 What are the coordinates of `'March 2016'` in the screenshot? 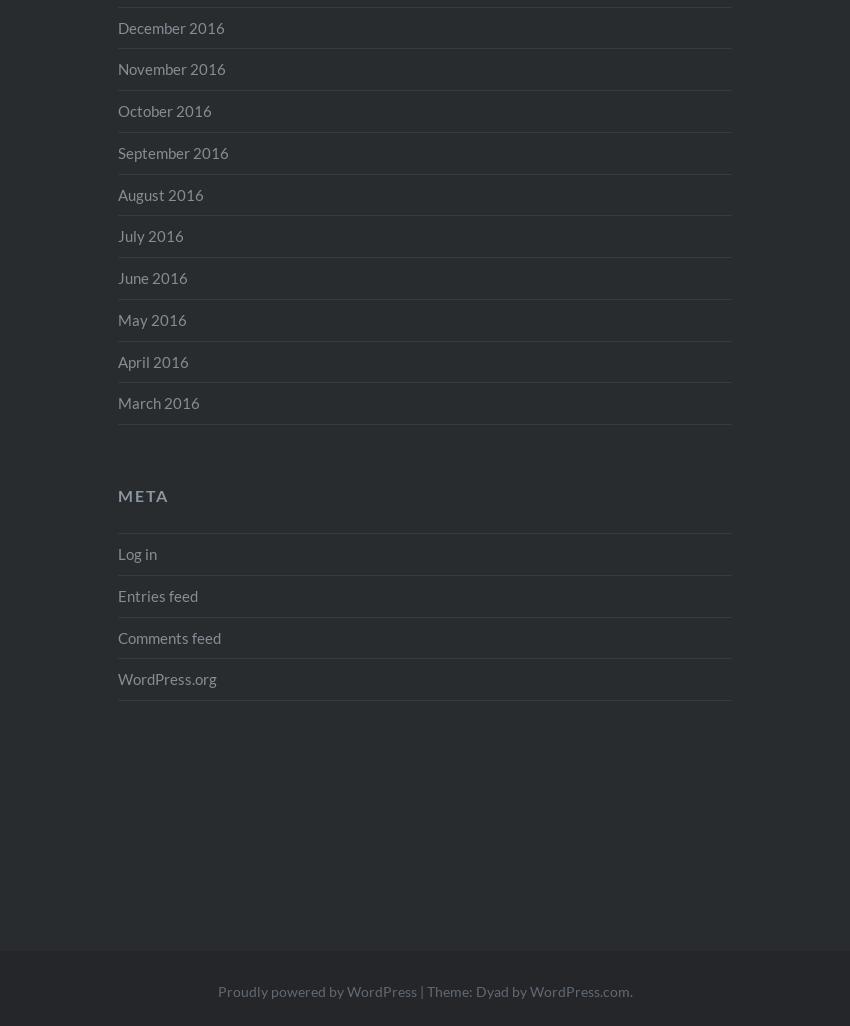 It's located at (159, 402).